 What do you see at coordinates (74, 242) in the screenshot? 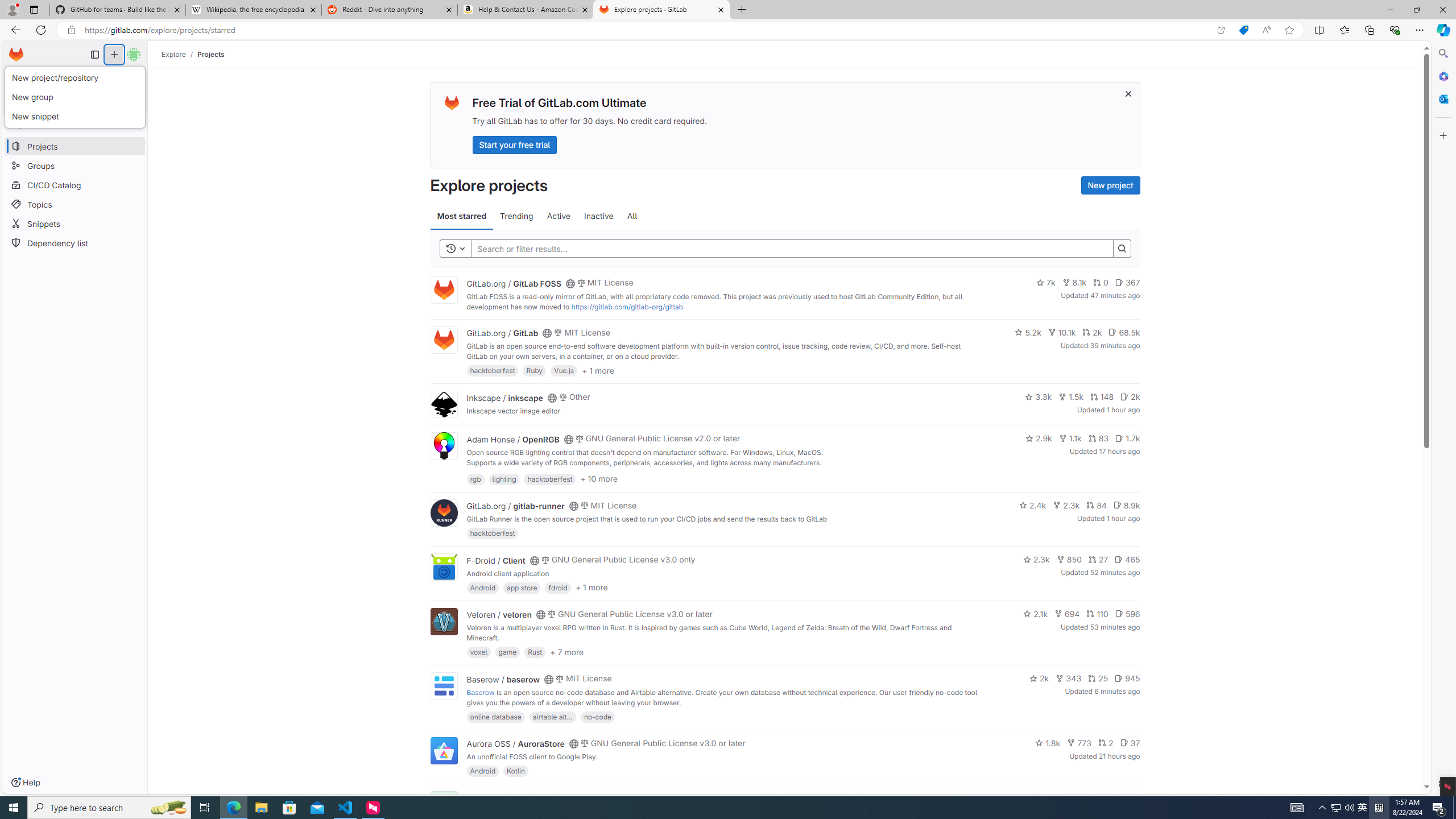
I see `'Dependency list'` at bounding box center [74, 242].